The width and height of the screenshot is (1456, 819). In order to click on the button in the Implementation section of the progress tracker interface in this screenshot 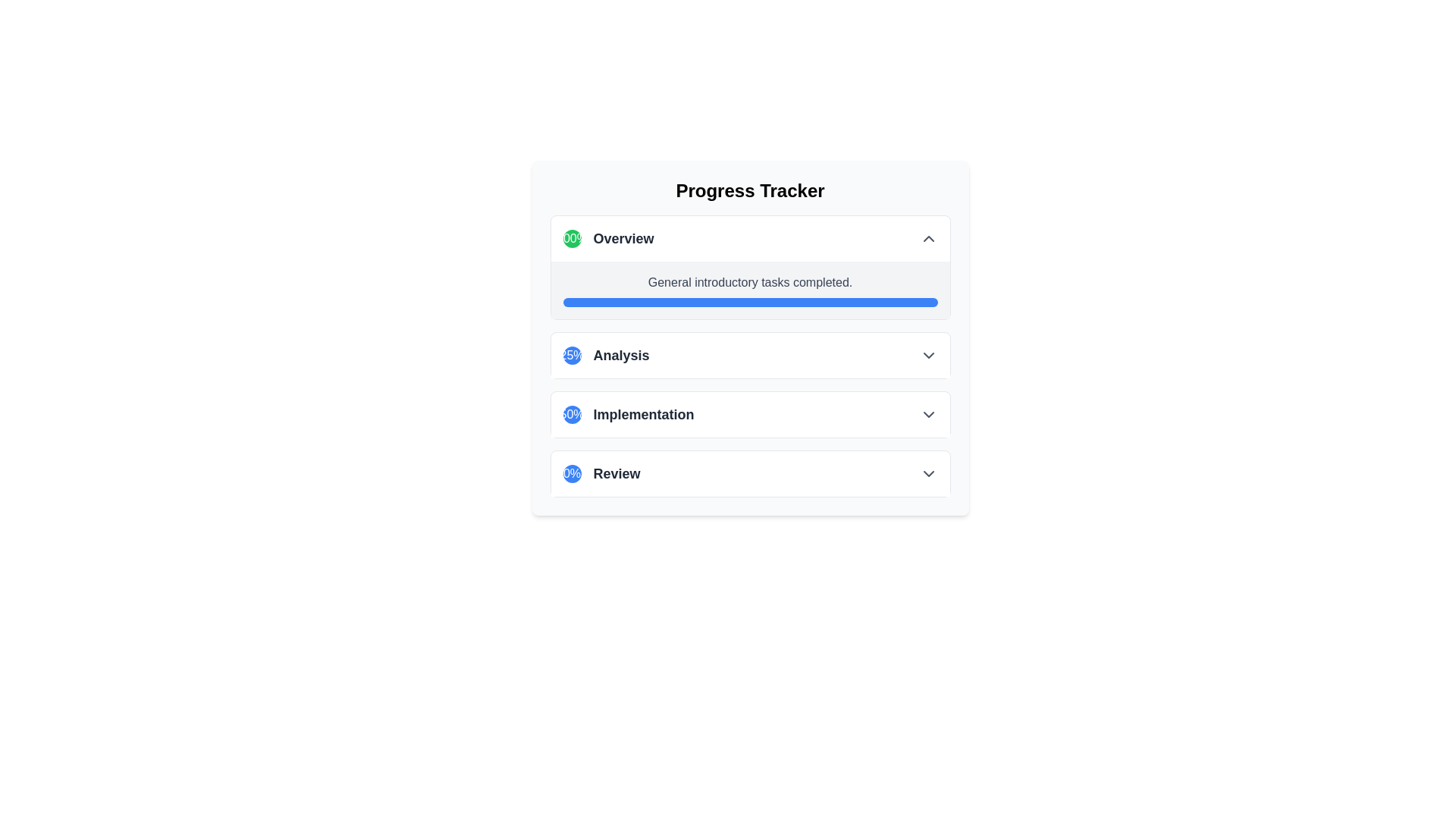, I will do `click(750, 415)`.